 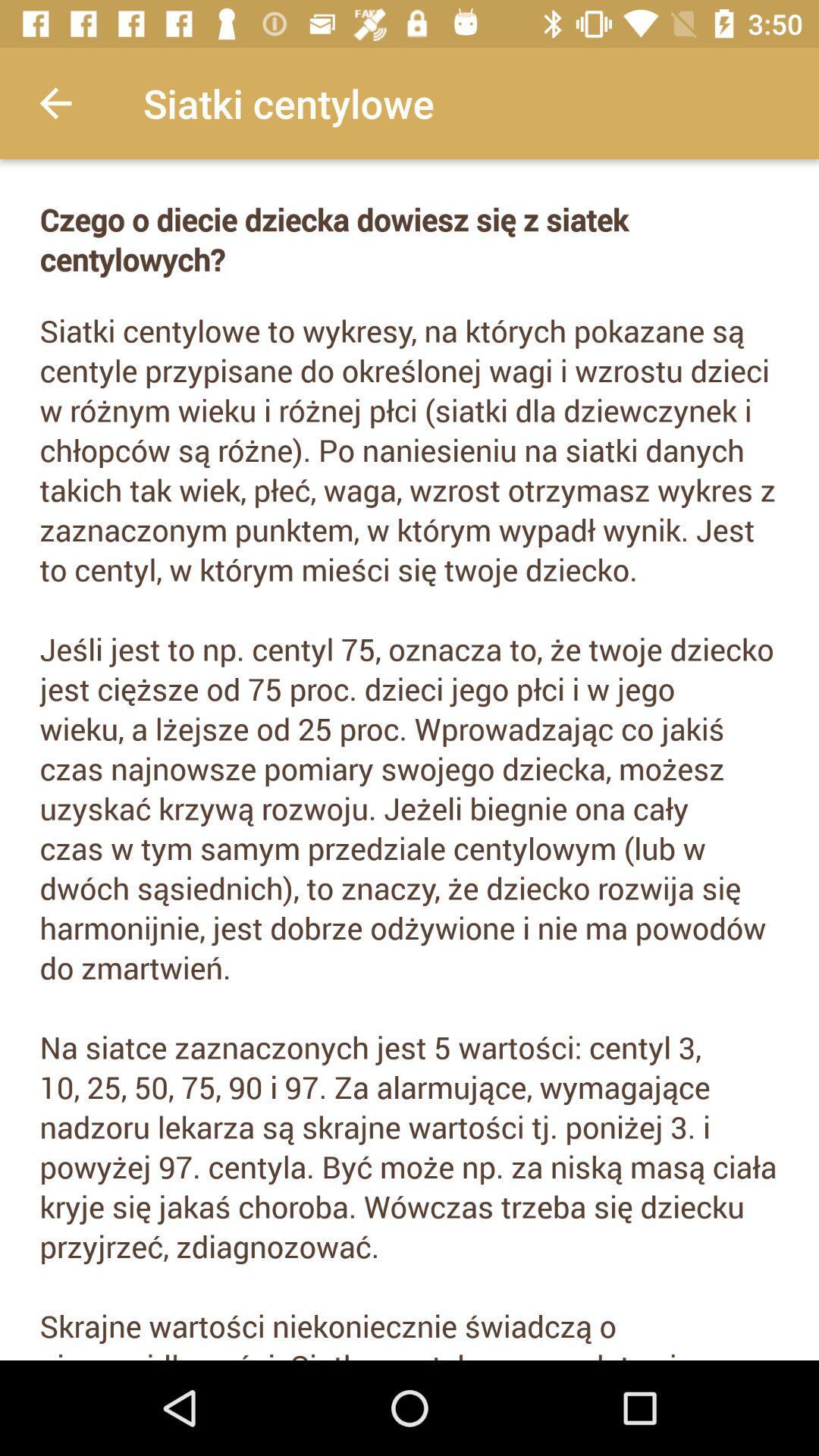 What do you see at coordinates (55, 102) in the screenshot?
I see `the icon next to the siatki centylowe icon` at bounding box center [55, 102].